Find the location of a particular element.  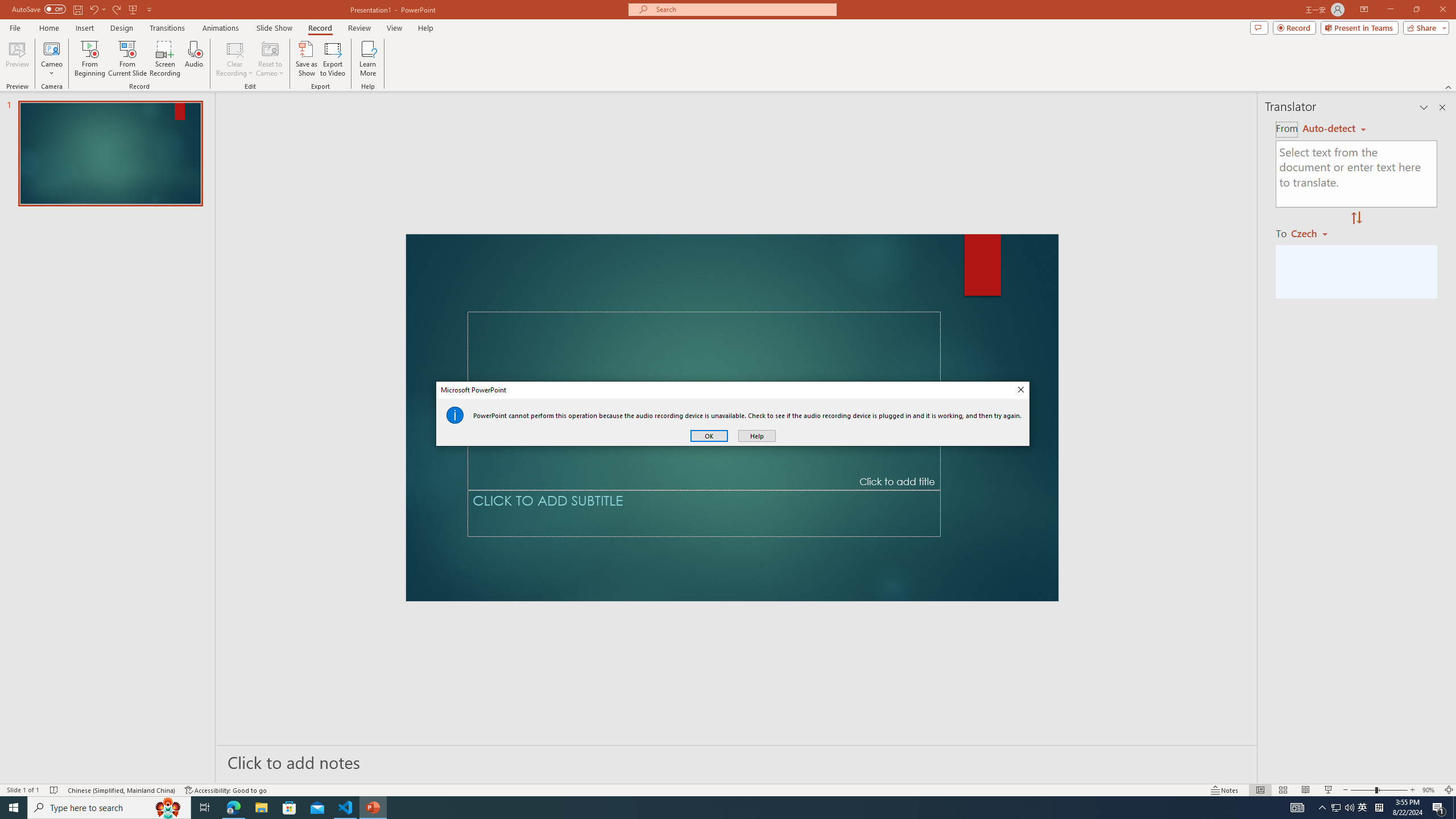

'Zoom 90%' is located at coordinates (1430, 790).